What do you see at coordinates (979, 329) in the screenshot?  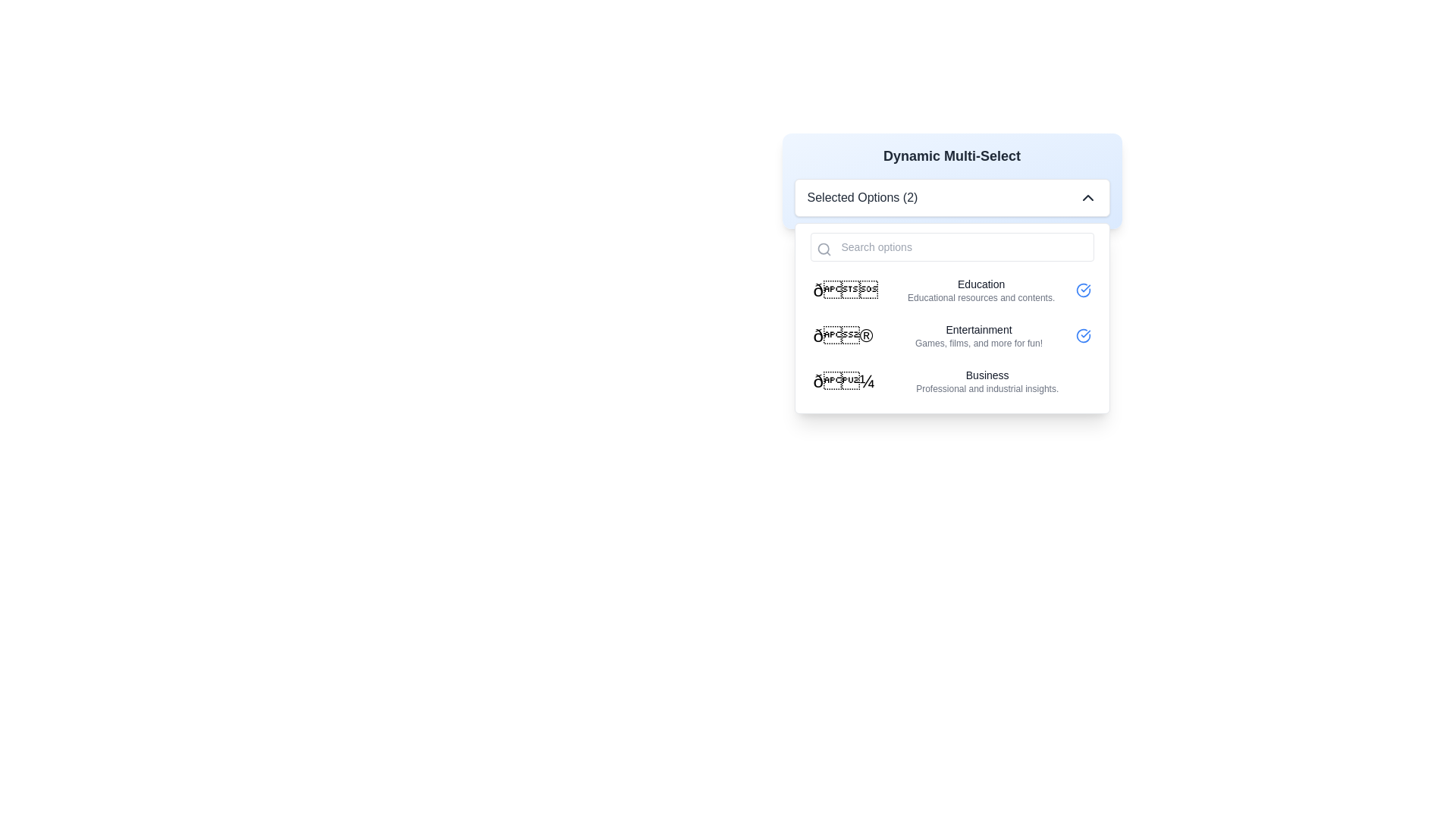 I see `the 'Entertainment' text label in the multi-select dropdown list, which is styled in bold dark gray against a light background and is the second item in the list` at bounding box center [979, 329].